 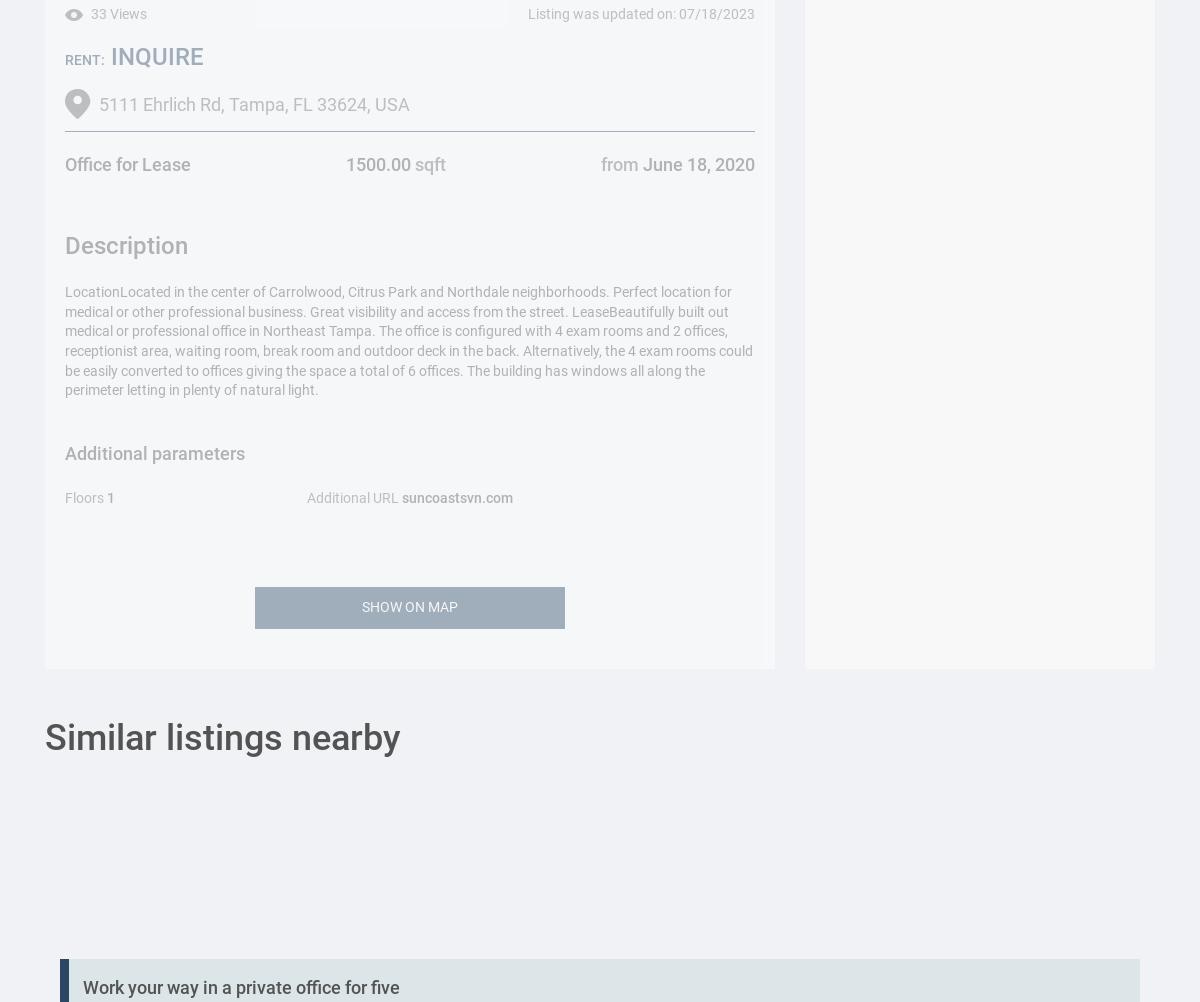 What do you see at coordinates (641, 14) in the screenshot?
I see `'Listing was updated on: 07/18/2023'` at bounding box center [641, 14].